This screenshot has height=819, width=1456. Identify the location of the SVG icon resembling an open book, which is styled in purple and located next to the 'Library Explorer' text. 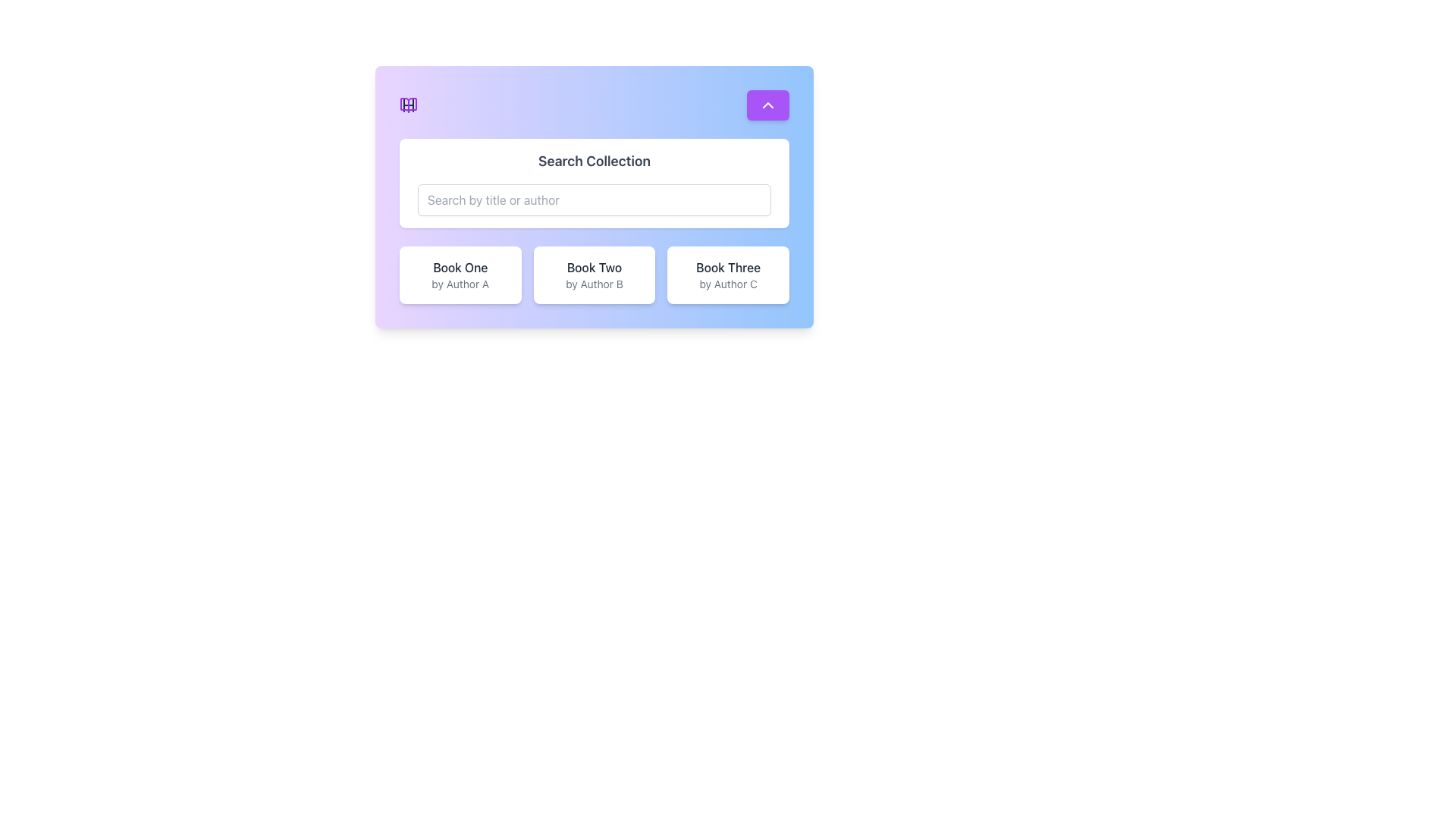
(408, 104).